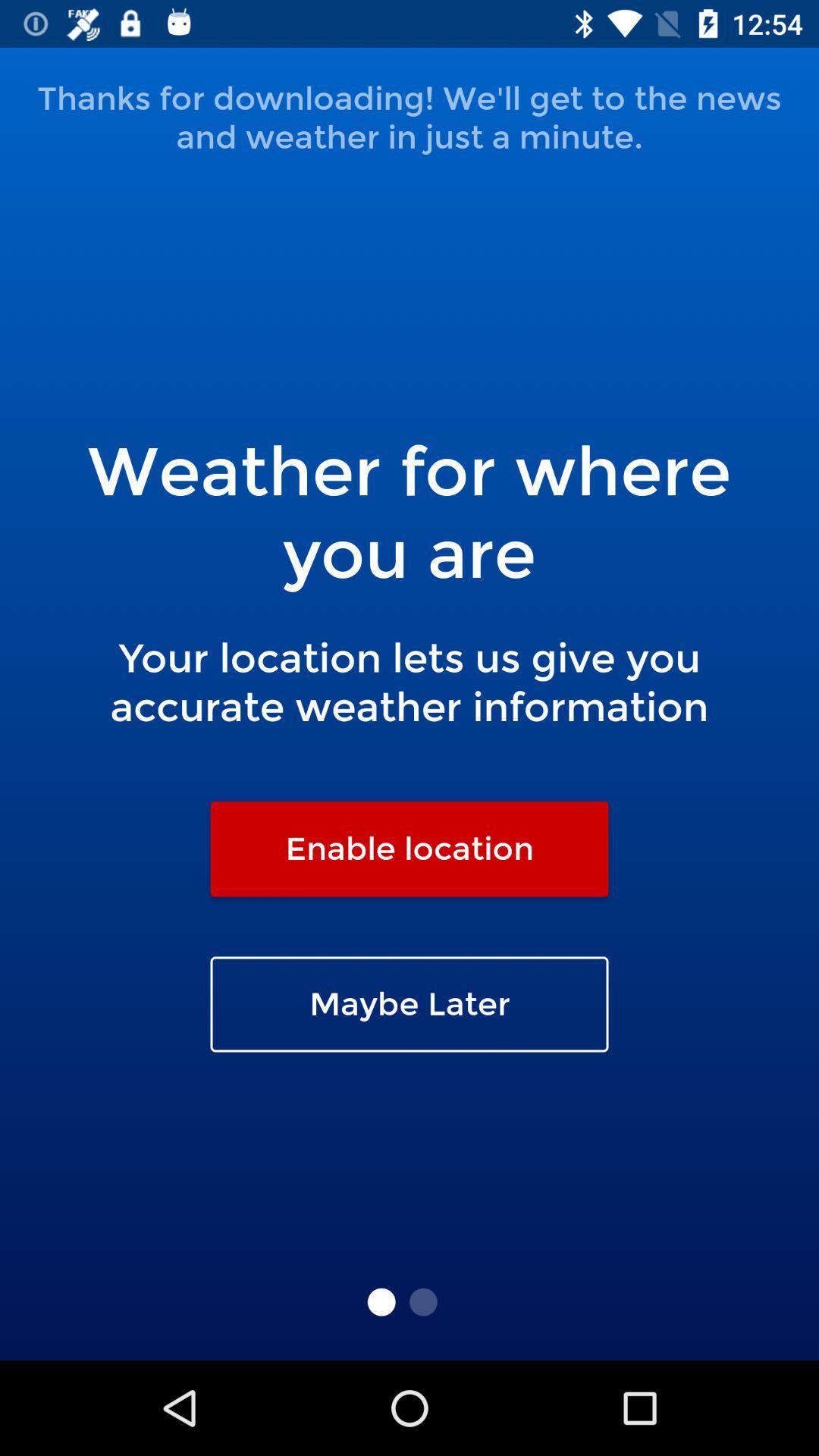  Describe the element at coordinates (409, 848) in the screenshot. I see `item below your location lets icon` at that location.